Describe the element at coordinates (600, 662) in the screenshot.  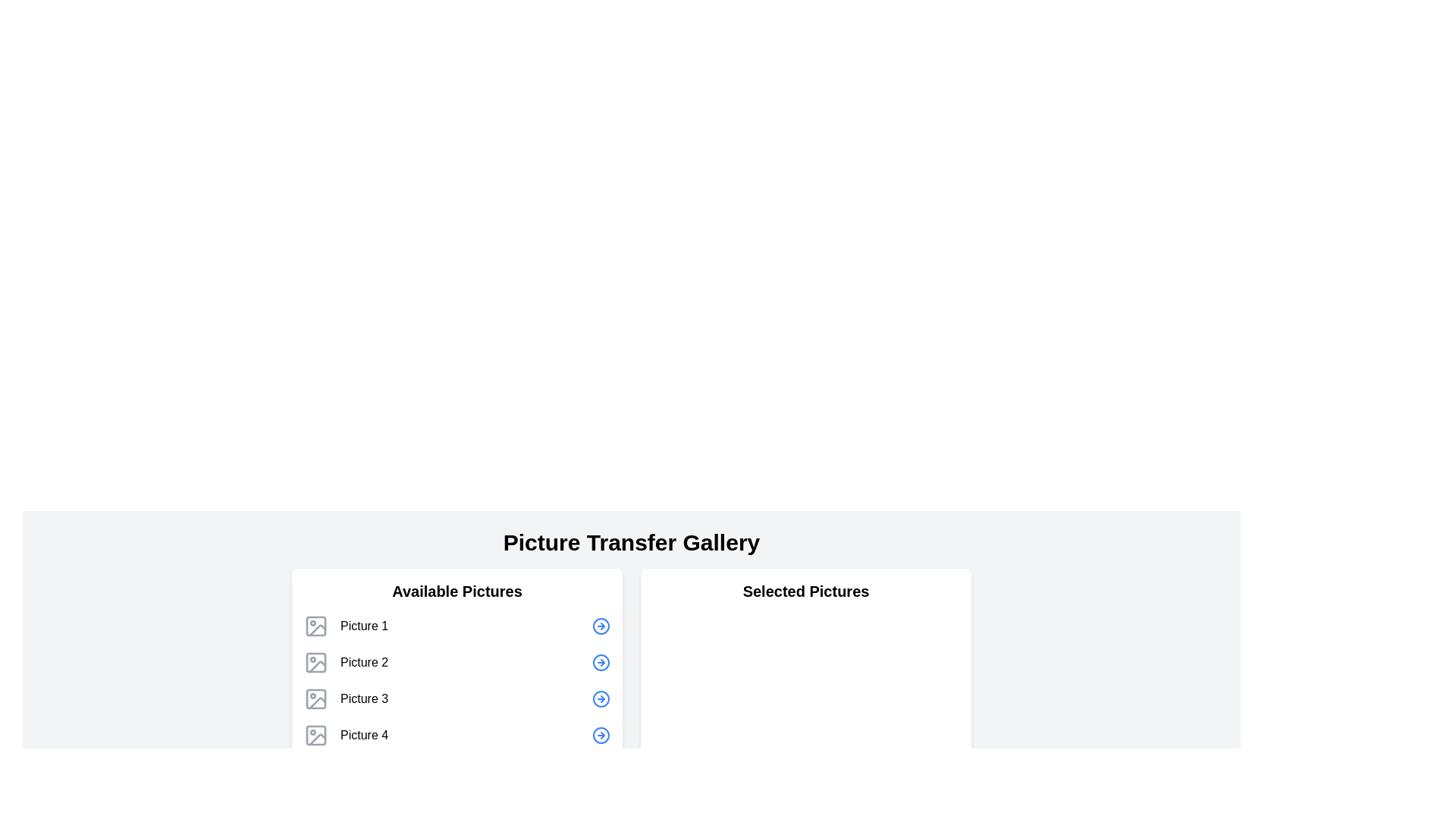
I see `the second circular arrow icon button that is used to transfer 'Picture 2' in the 'Available Pictures' list` at that location.